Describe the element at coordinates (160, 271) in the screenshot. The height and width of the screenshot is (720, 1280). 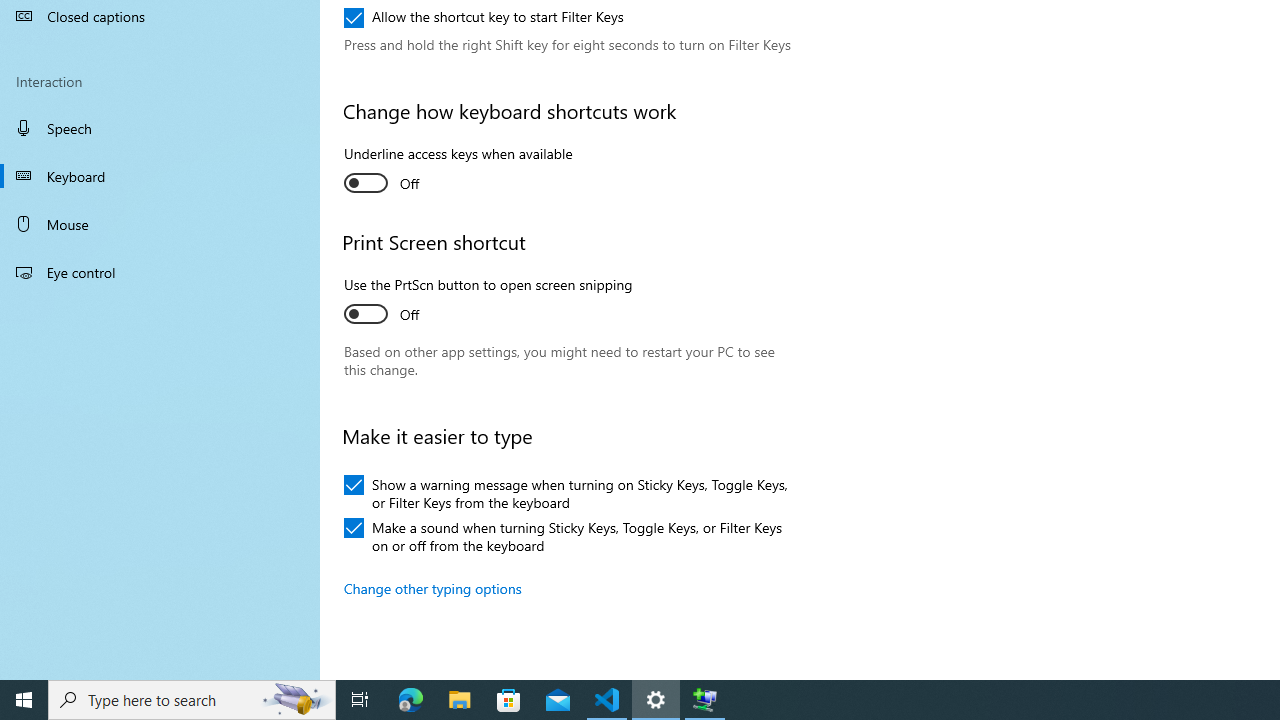
I see `'Eye control'` at that location.